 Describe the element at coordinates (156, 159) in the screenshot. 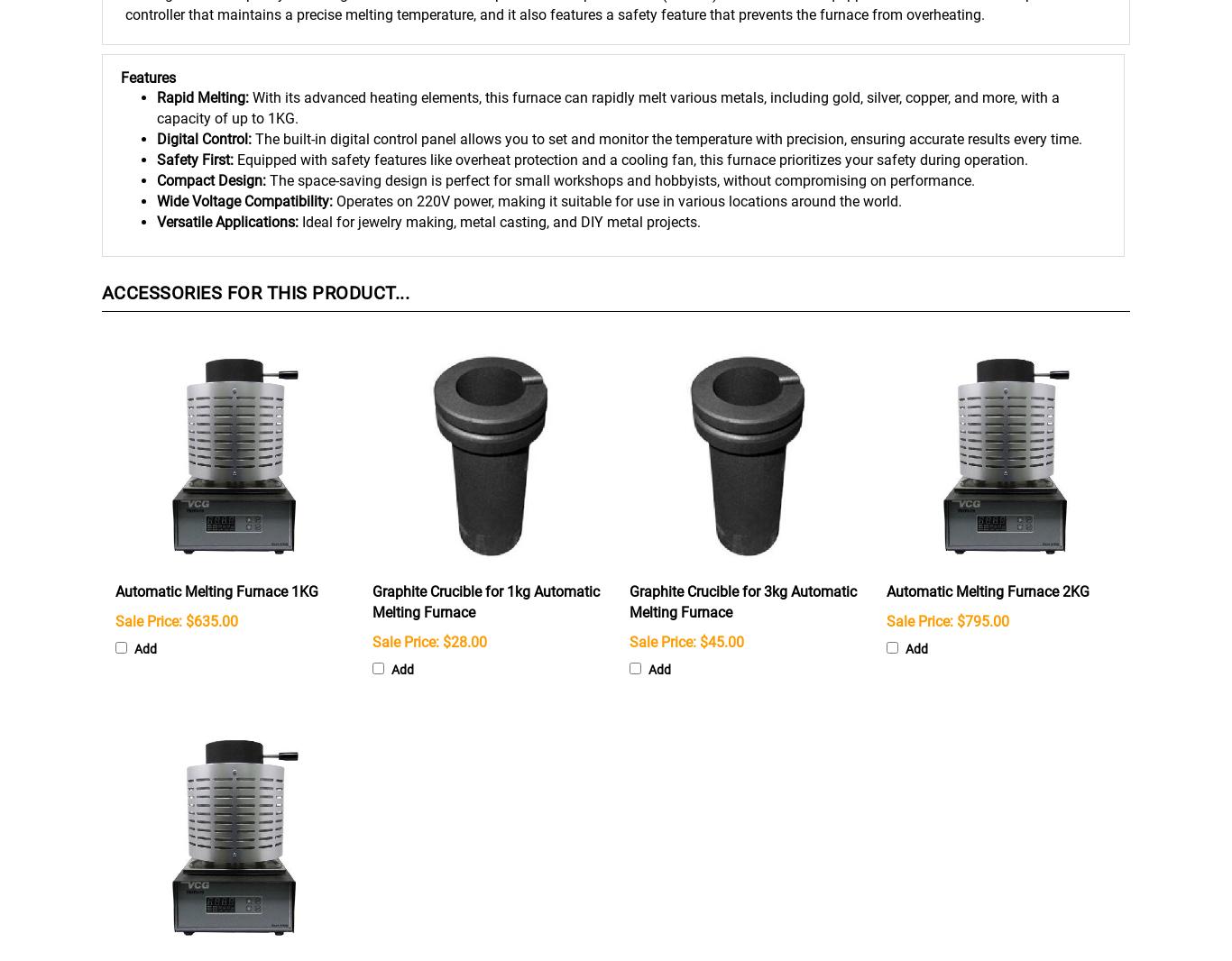

I see `'Safety First:'` at that location.